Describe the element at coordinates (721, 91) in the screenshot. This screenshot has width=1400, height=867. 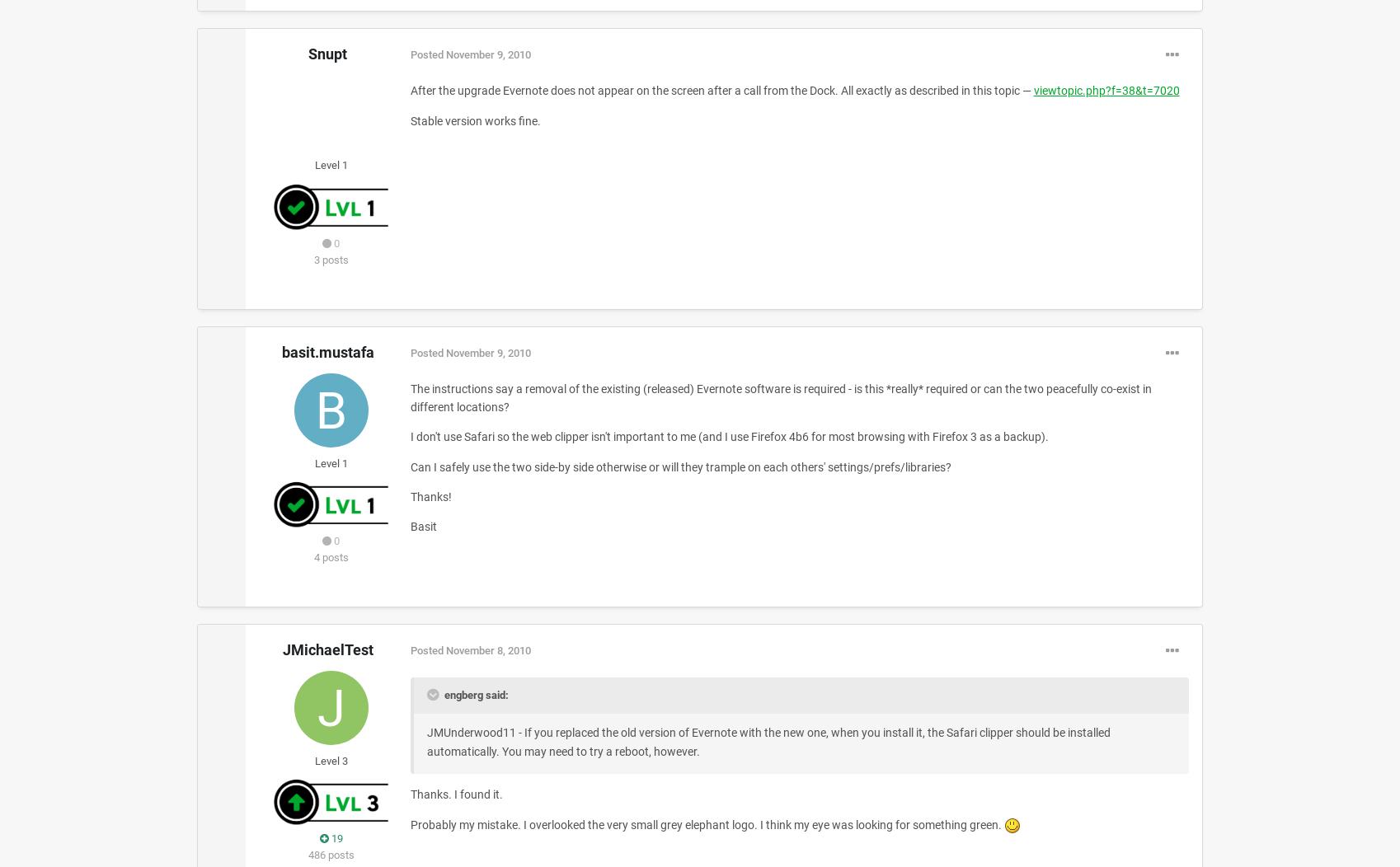
I see `'After the upgrade Evernote does not appear on the screen after a call from the Dock. All exactly as described in this topic —'` at that location.